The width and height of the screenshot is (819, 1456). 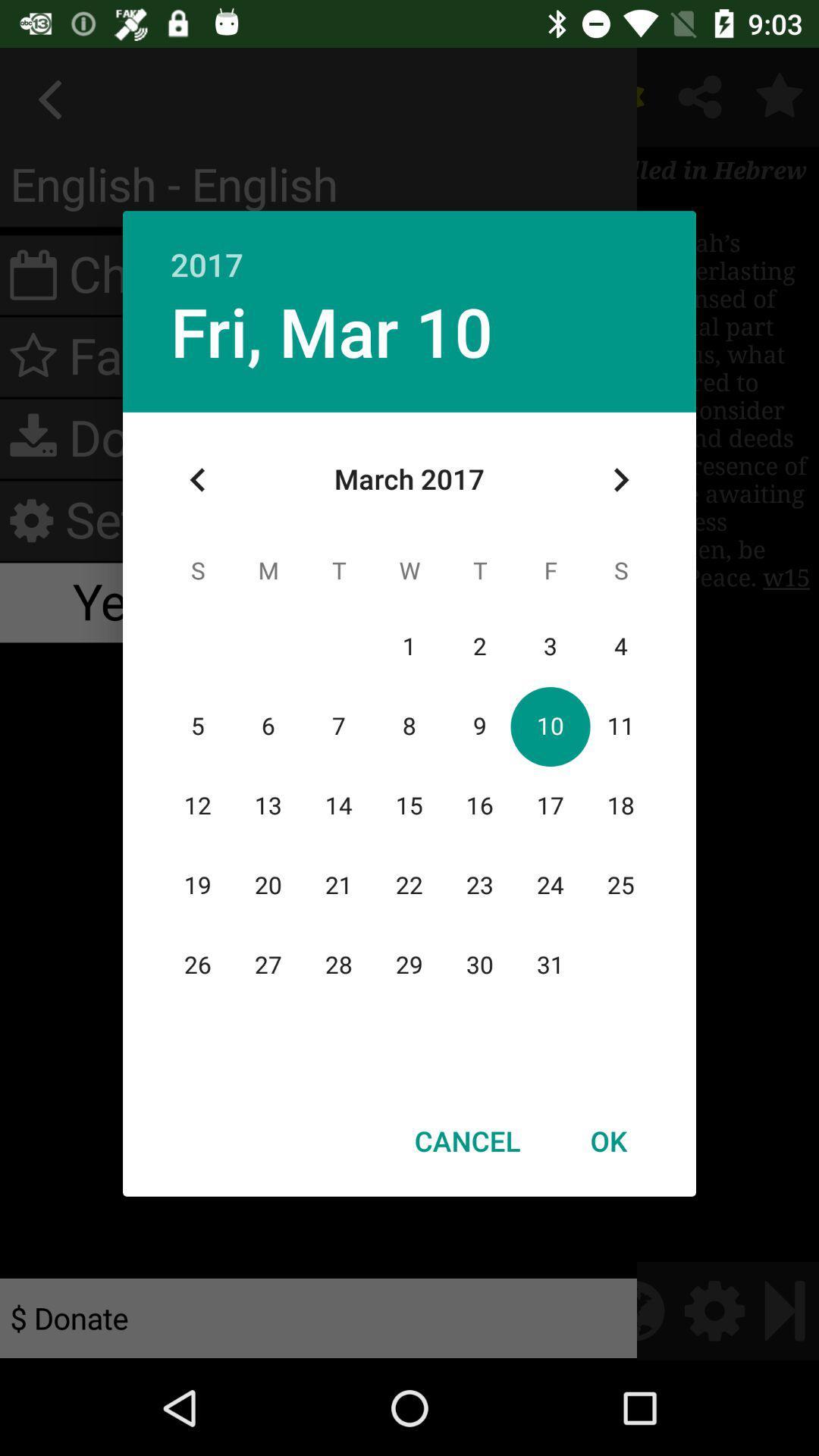 What do you see at coordinates (607, 1141) in the screenshot?
I see `the ok` at bounding box center [607, 1141].